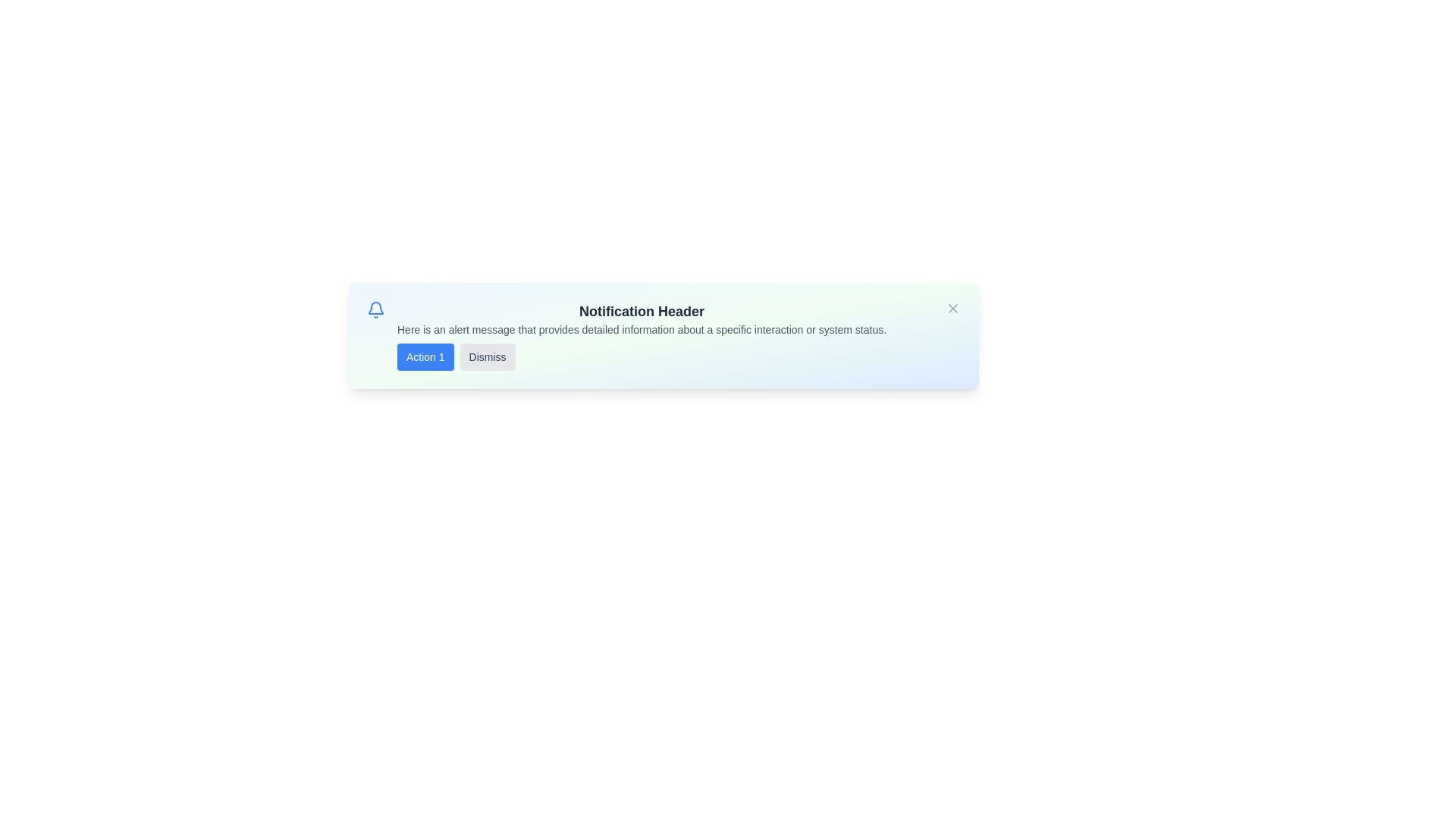  I want to click on the 'Dismiss' button to see the hover effect, so click(488, 356).